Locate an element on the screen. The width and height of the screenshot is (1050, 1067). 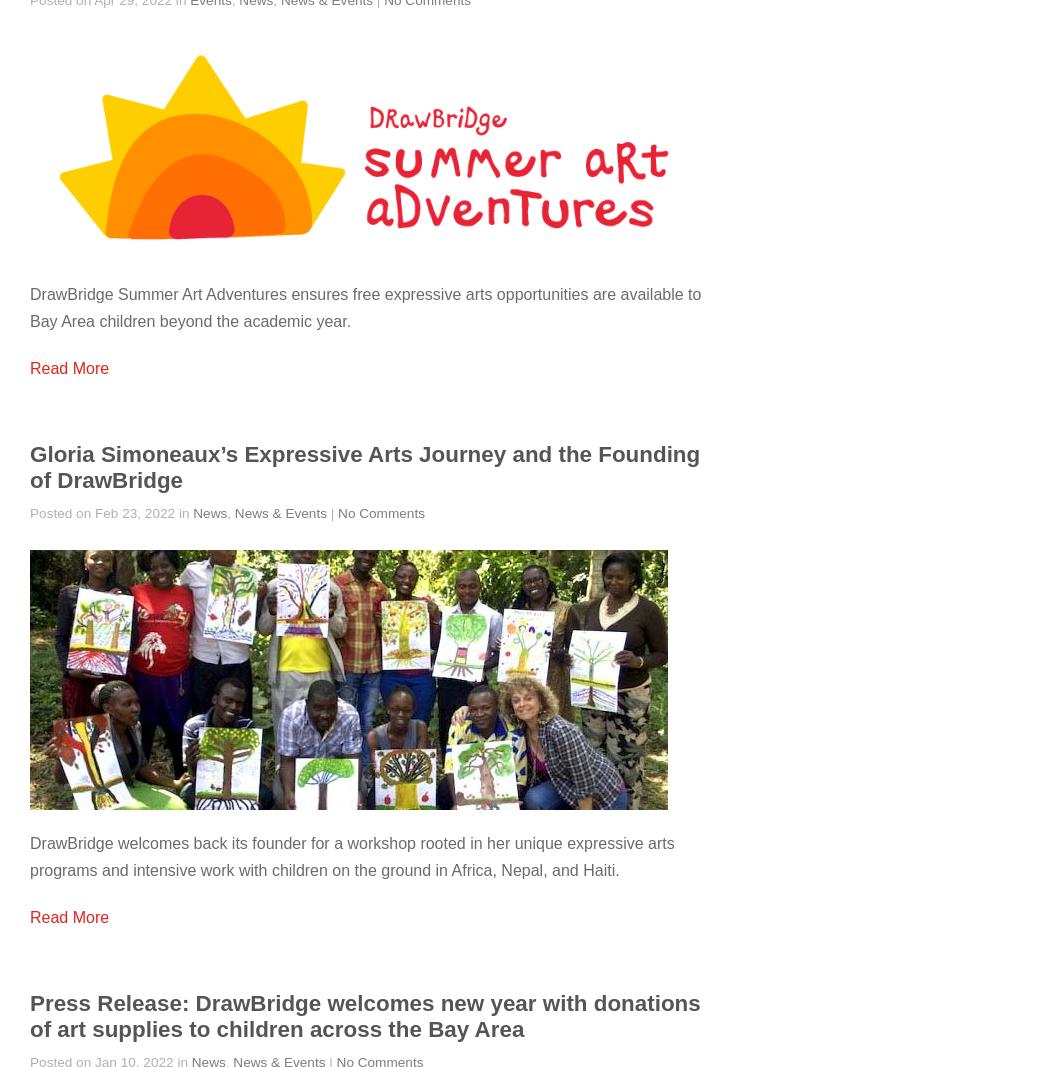
'|' is located at coordinates (332, 512).